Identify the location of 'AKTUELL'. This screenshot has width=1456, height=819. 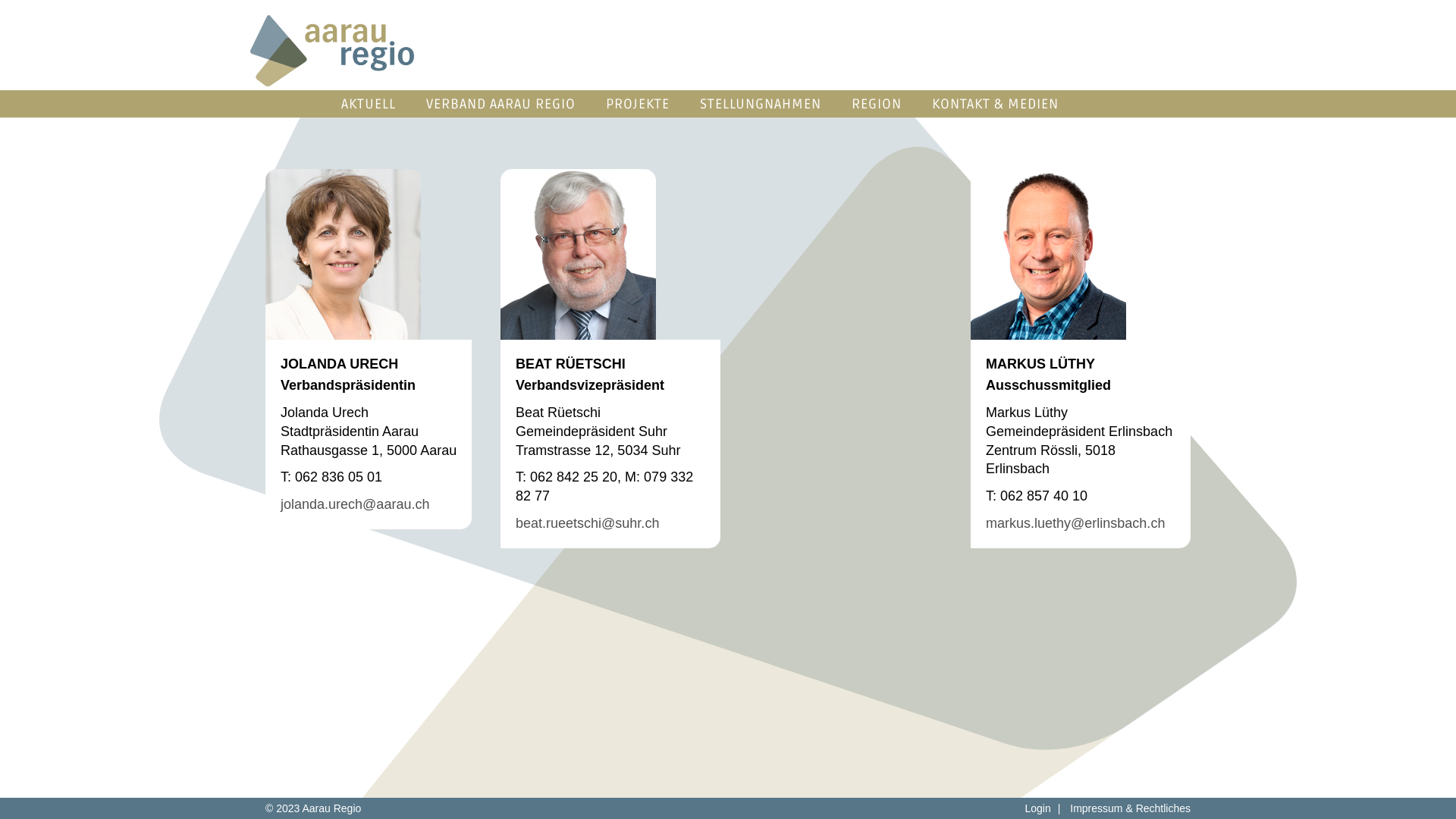
(325, 103).